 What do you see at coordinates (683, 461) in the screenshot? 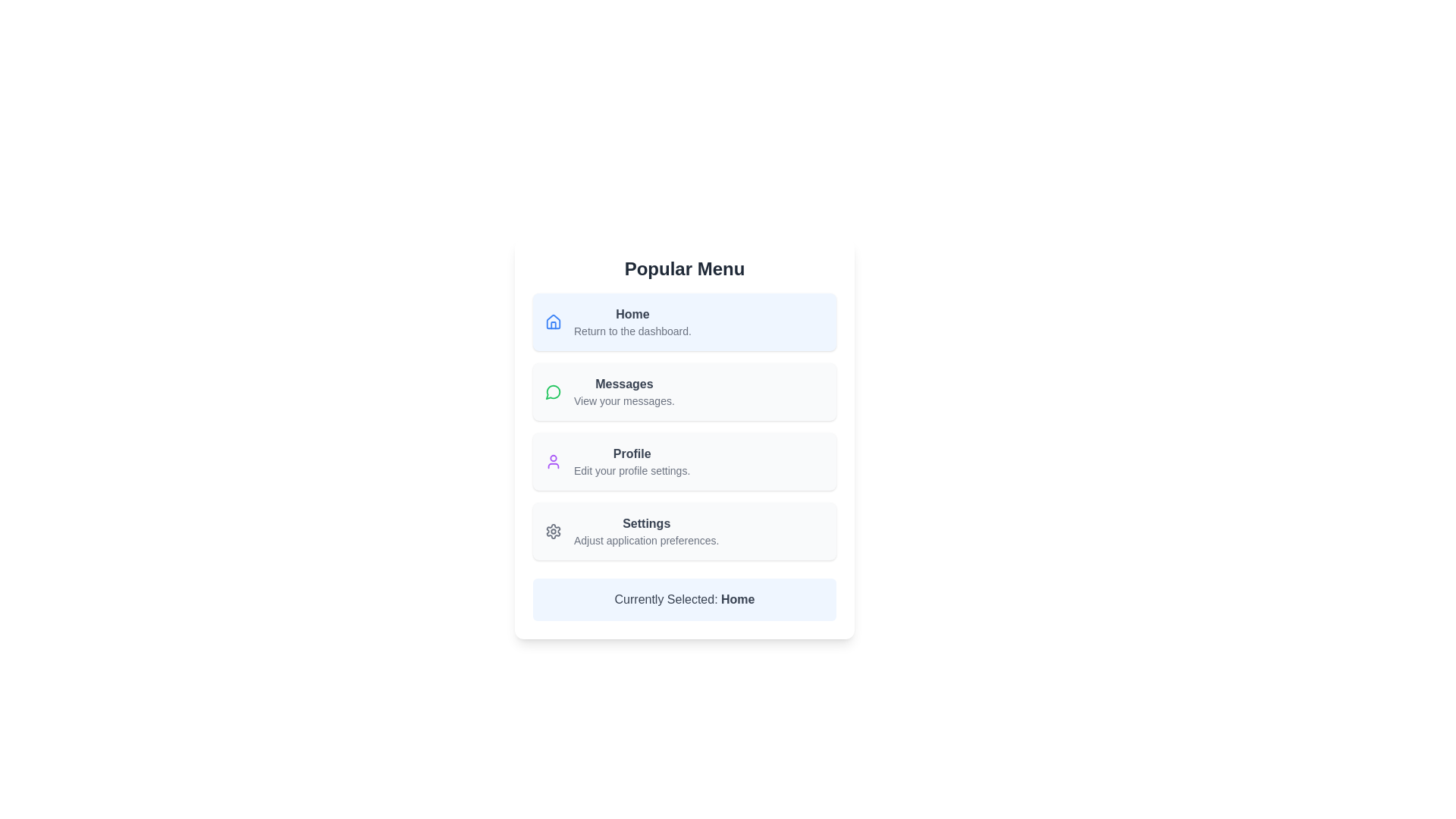
I see `the menu item labeled Profile` at bounding box center [683, 461].